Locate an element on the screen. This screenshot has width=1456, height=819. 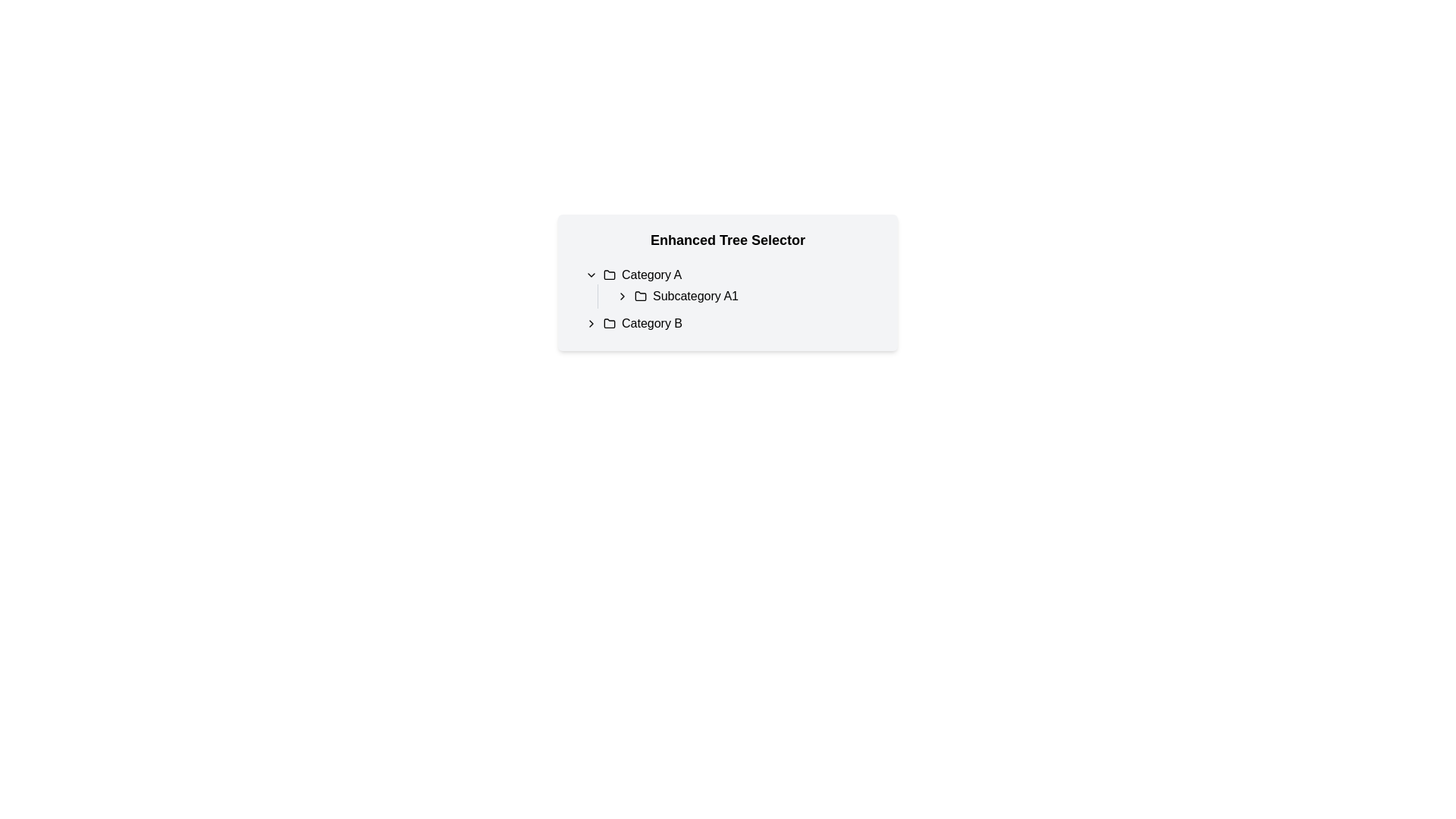
the folder icon representing 'Subcategory A1' in the tree structure, located next to the label 'Subcategory A1' is located at coordinates (640, 295).